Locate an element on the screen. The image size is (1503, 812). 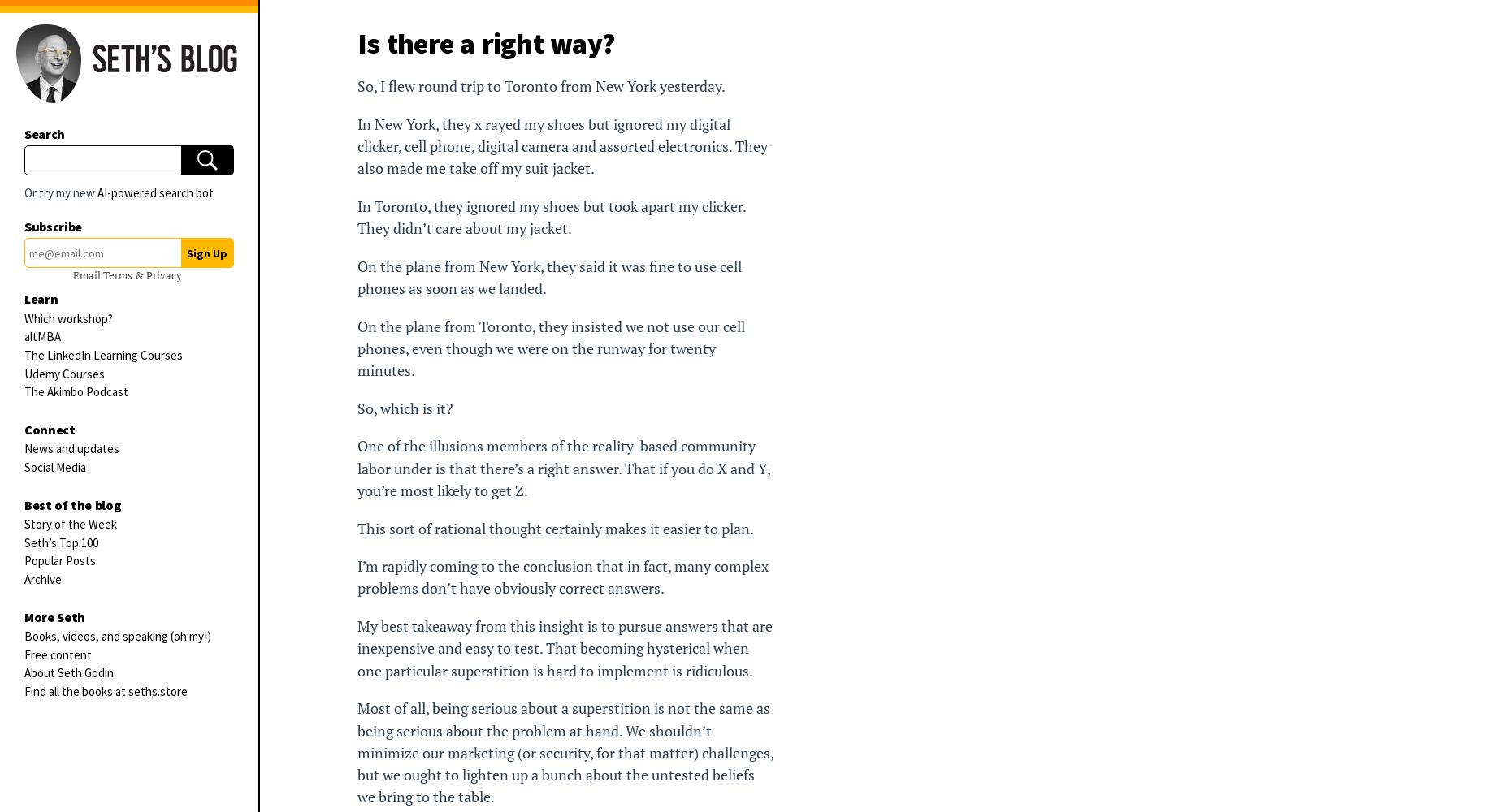
'Seth’s Top 100' is located at coordinates (60, 542).